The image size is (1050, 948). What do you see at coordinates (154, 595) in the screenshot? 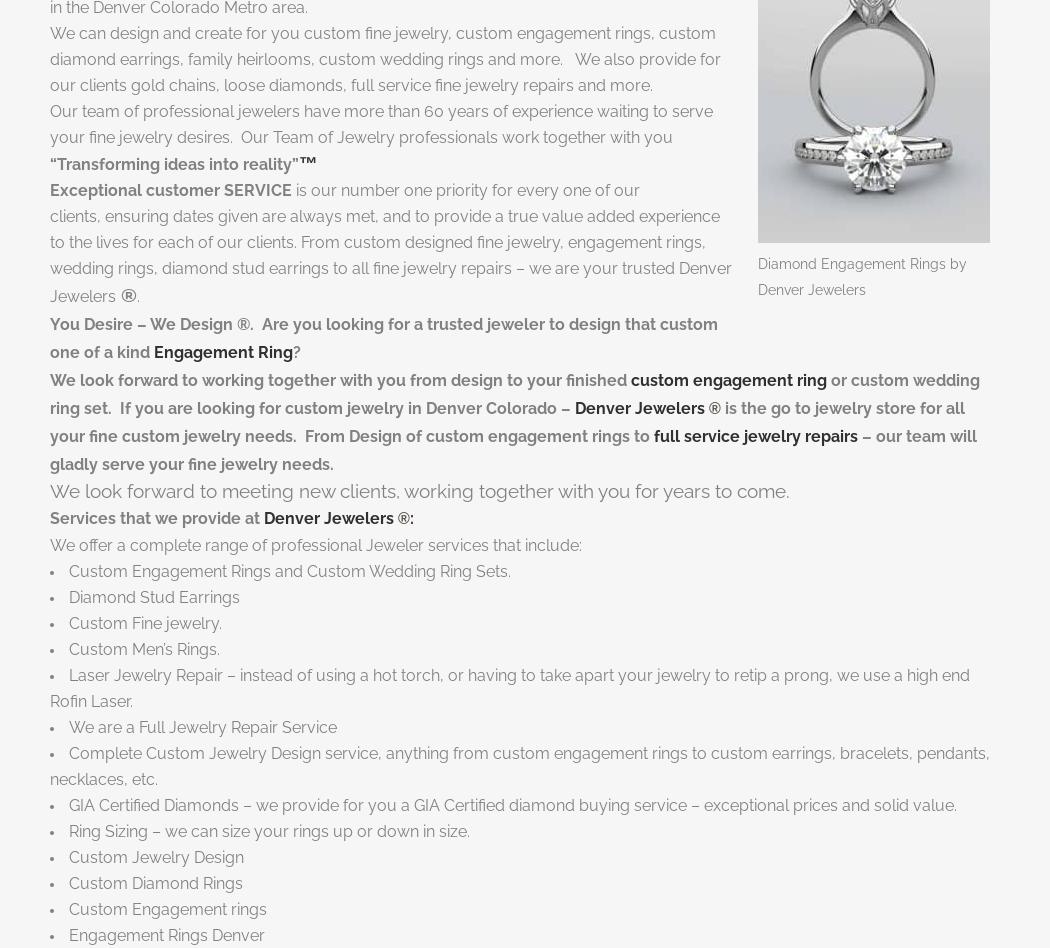
I see `'Diamond Stud Earrings'` at bounding box center [154, 595].